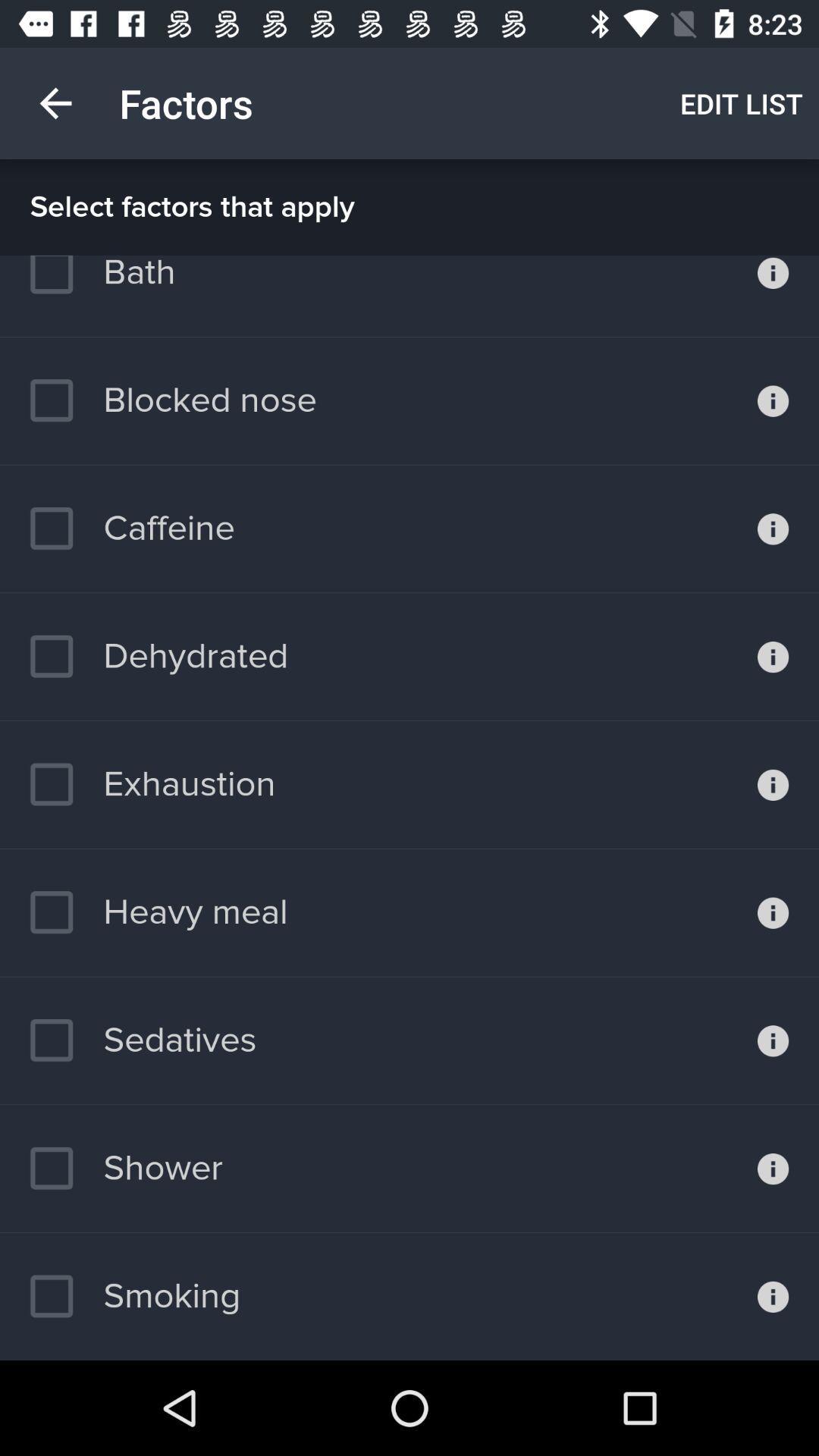 Image resolution: width=819 pixels, height=1456 pixels. What do you see at coordinates (172, 400) in the screenshot?
I see `item above the caffeine item` at bounding box center [172, 400].